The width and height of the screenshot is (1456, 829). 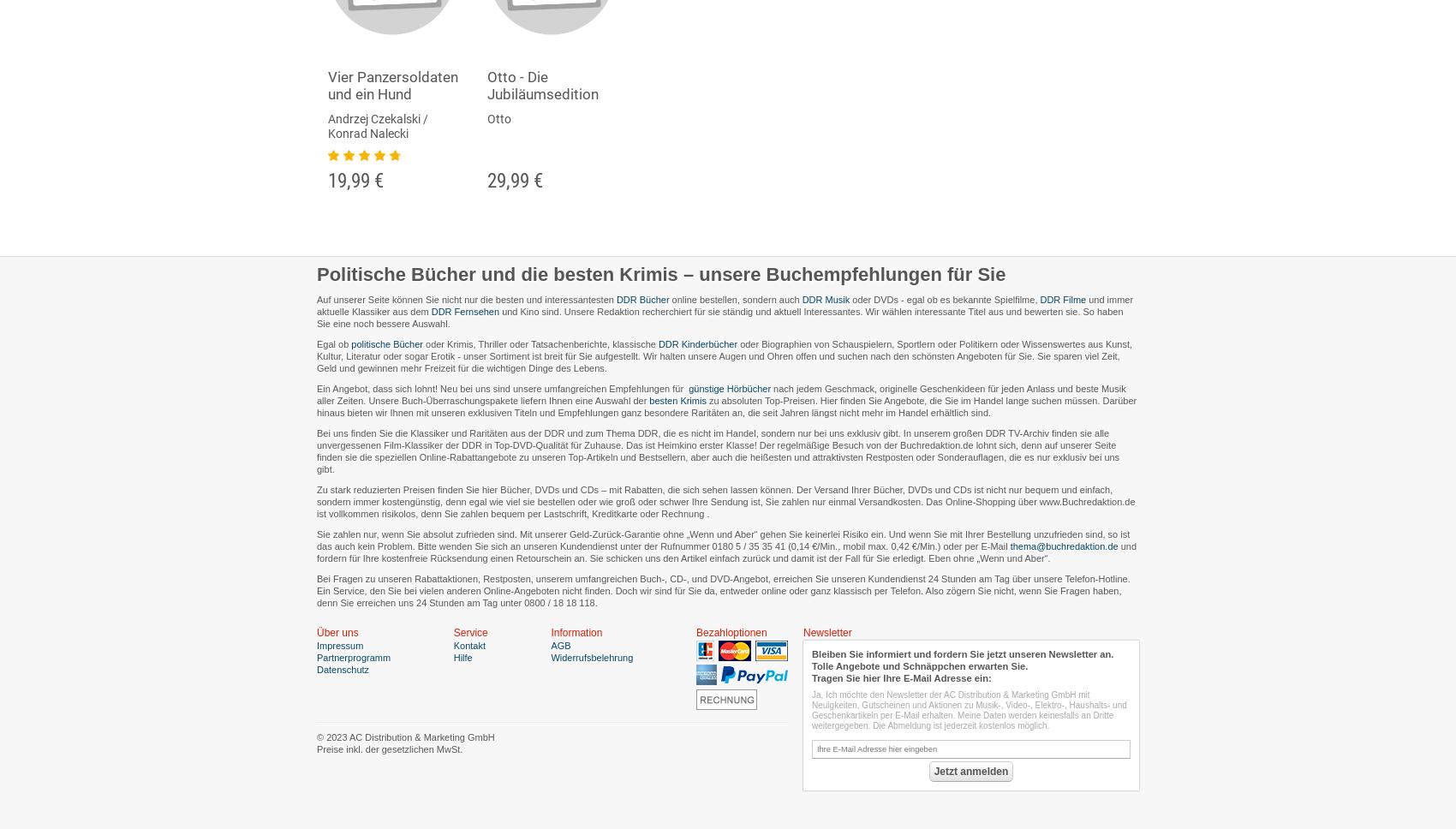 I want to click on 'und Kino sind. Unsere Redaktion recherchiert für sie ständig und aktuell Interessantes. Wir wählen interessante Titel aus und bewerten sie. So haben Sie eine noch bessere Auswahl.', so click(x=719, y=317).